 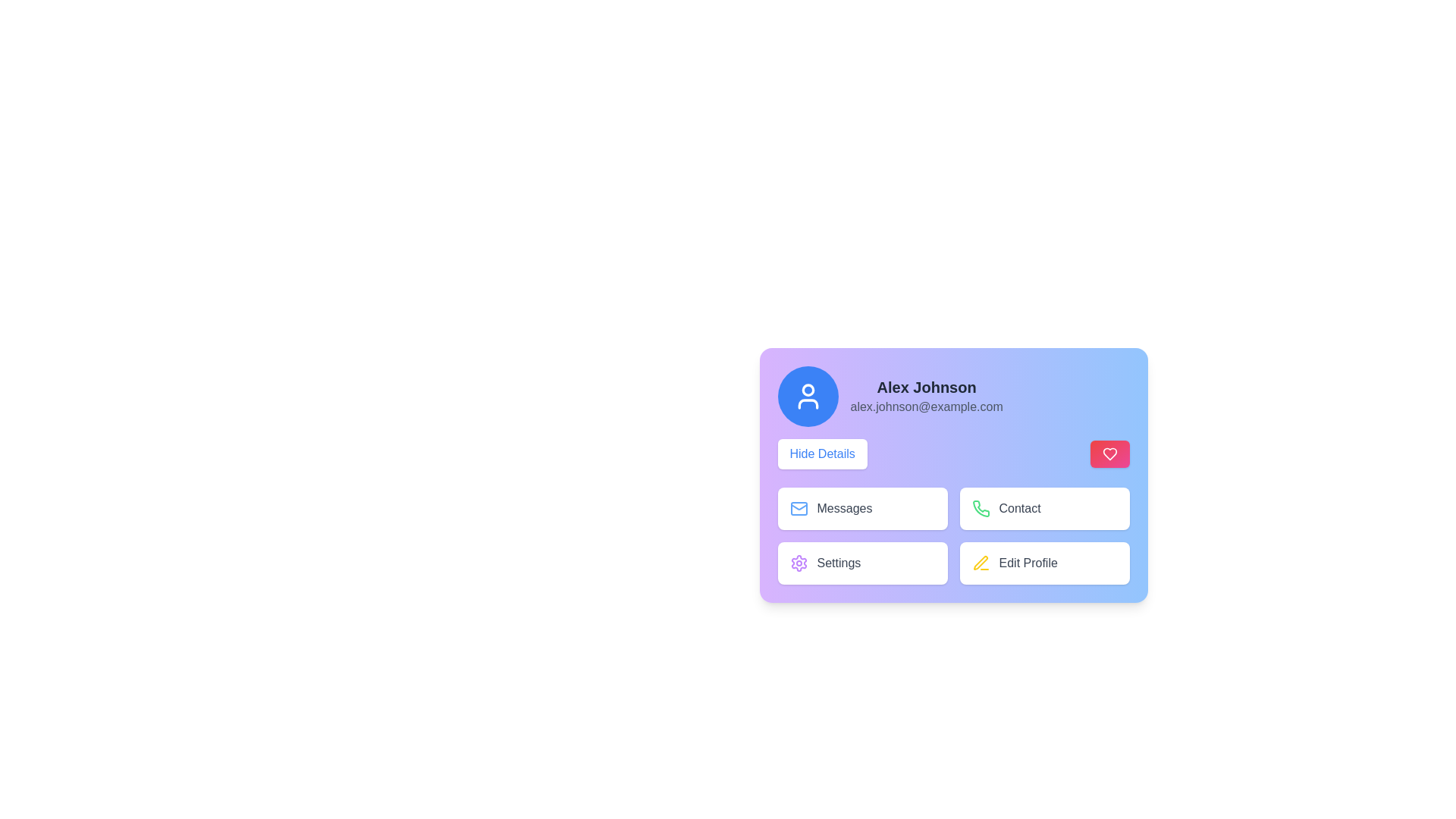 What do you see at coordinates (798, 509) in the screenshot?
I see `the 'Messages' icon located at the top-left corner of the card interface, adjacent to the 'Messages' text` at bounding box center [798, 509].